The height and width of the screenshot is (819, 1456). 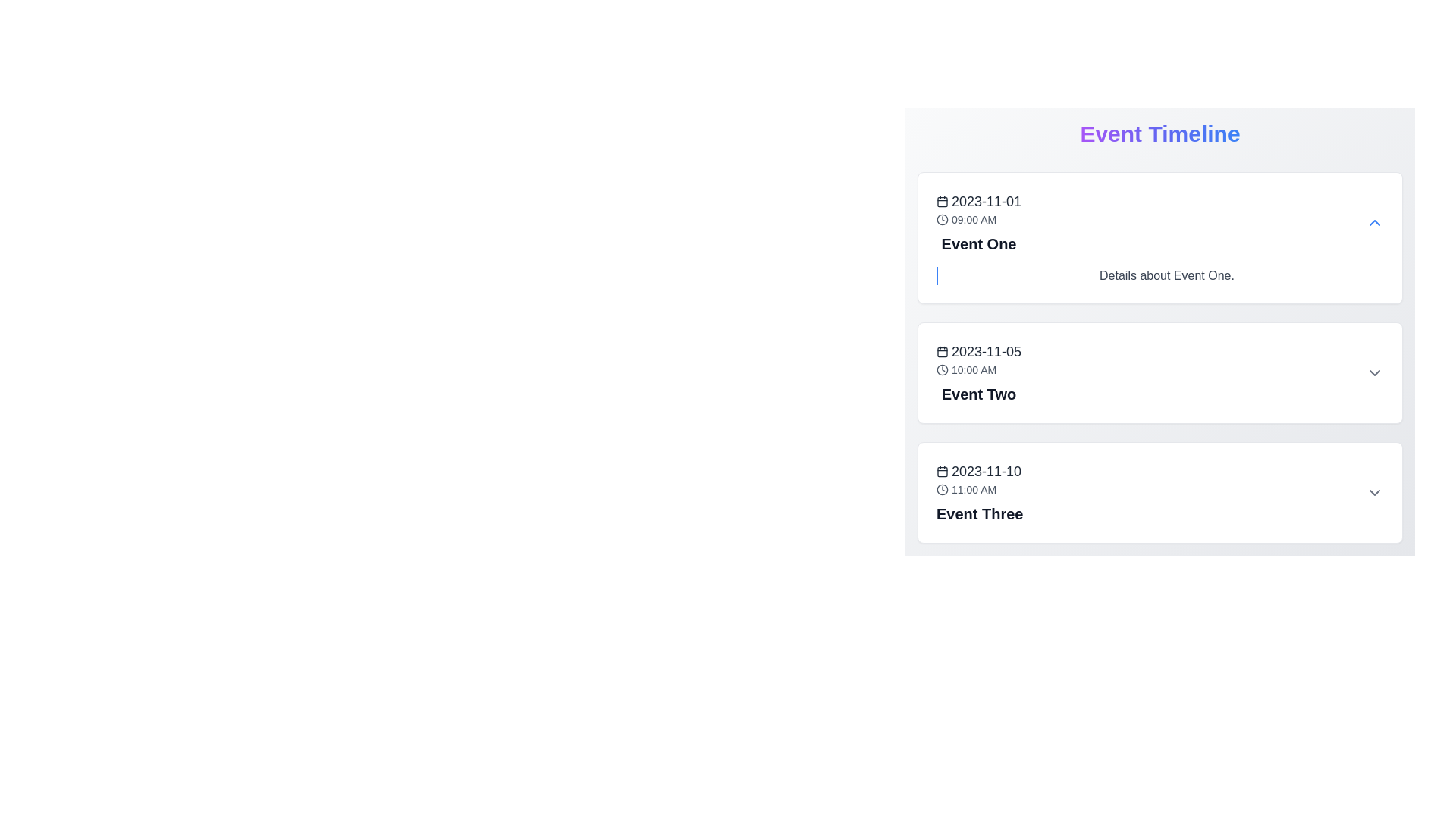 I want to click on the text label 'Event Two', which is a large, bold, dark gray text on a light background located in the second section of the event list, so click(x=979, y=394).